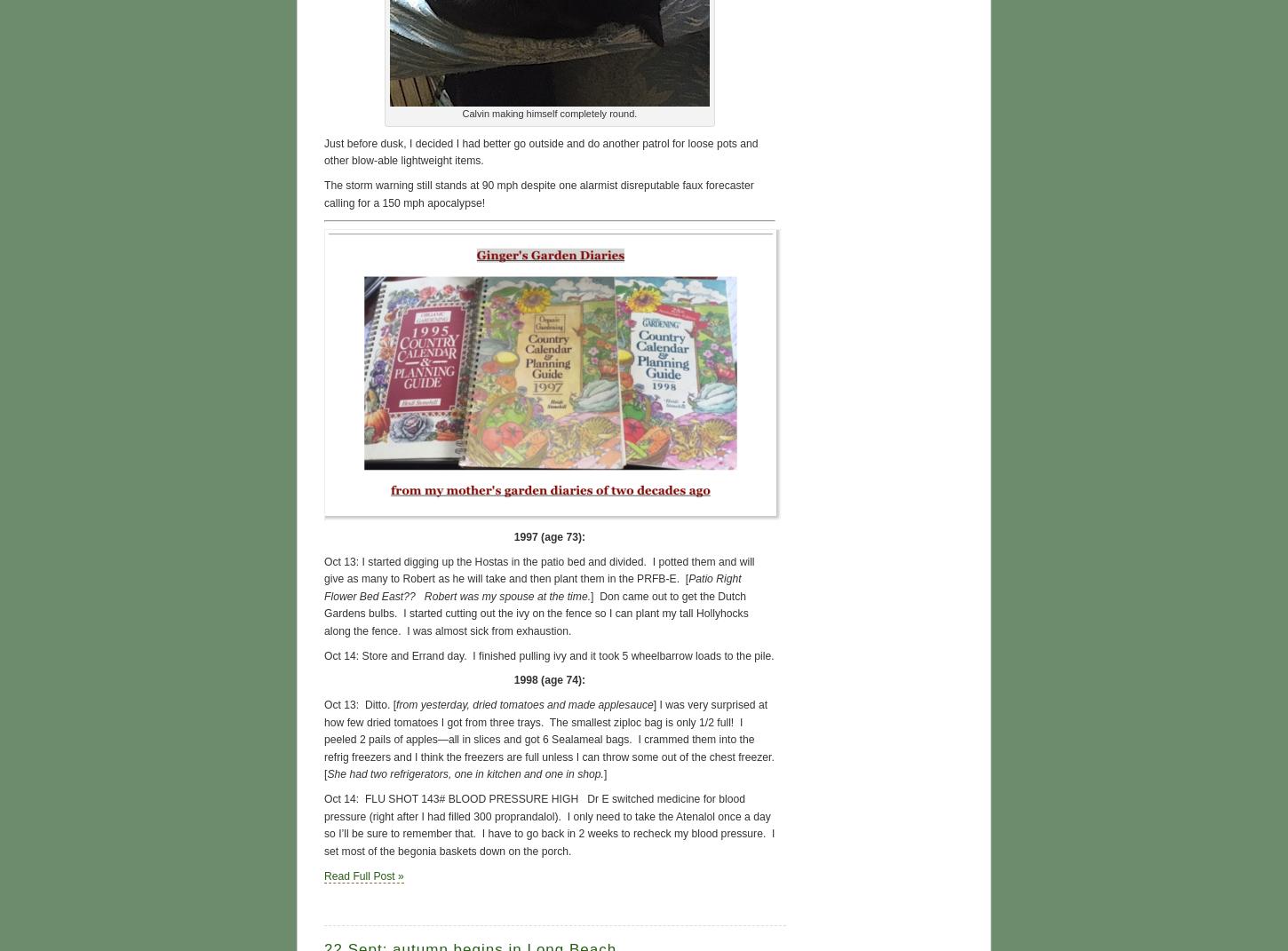  I want to click on 'Just before dusk, I decided I had better go outside and do another patrol for loose pots and other blow-able lightweight items.', so click(540, 151).